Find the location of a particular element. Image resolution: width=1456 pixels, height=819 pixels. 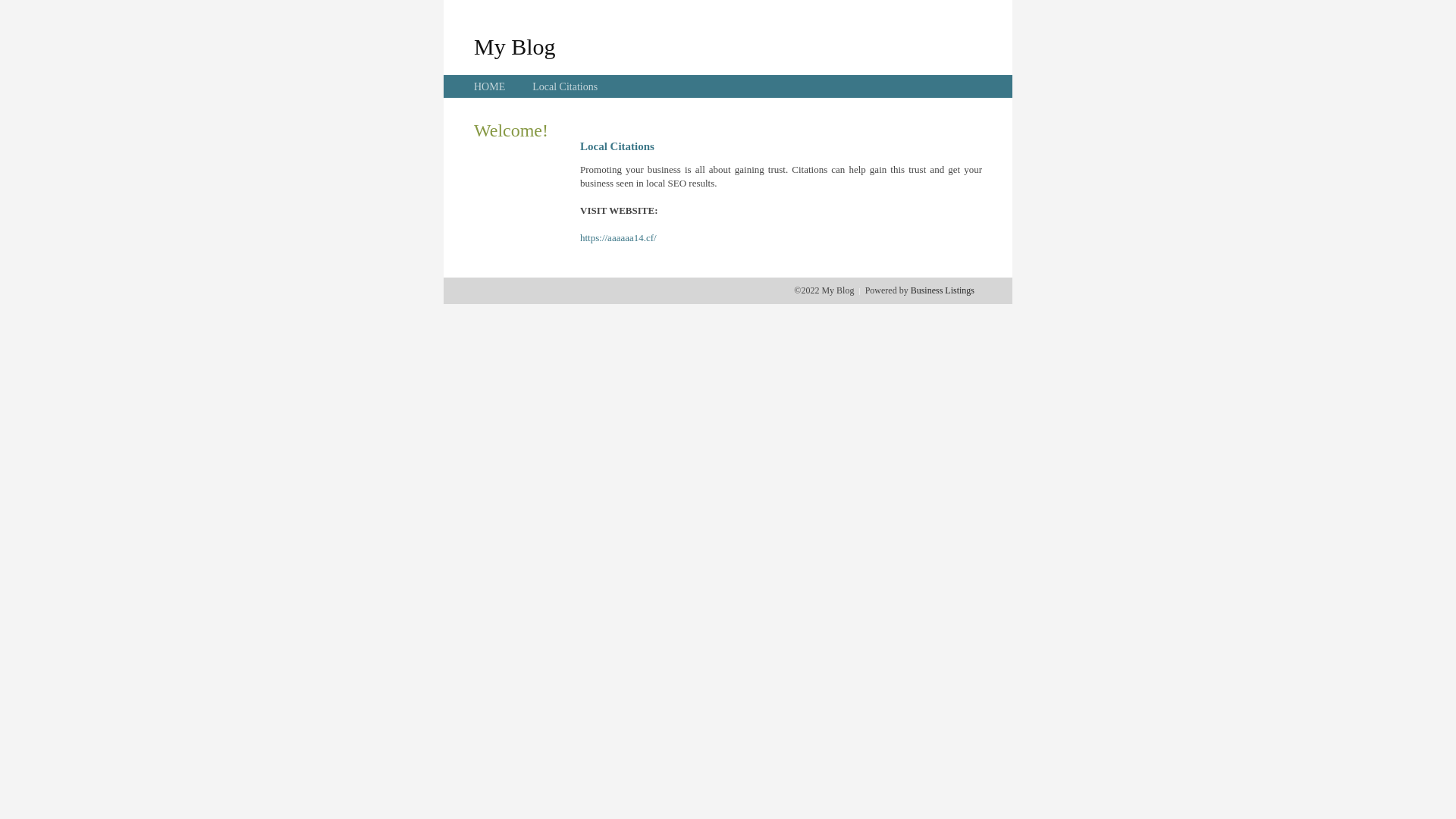

'HOME' is located at coordinates (489, 86).